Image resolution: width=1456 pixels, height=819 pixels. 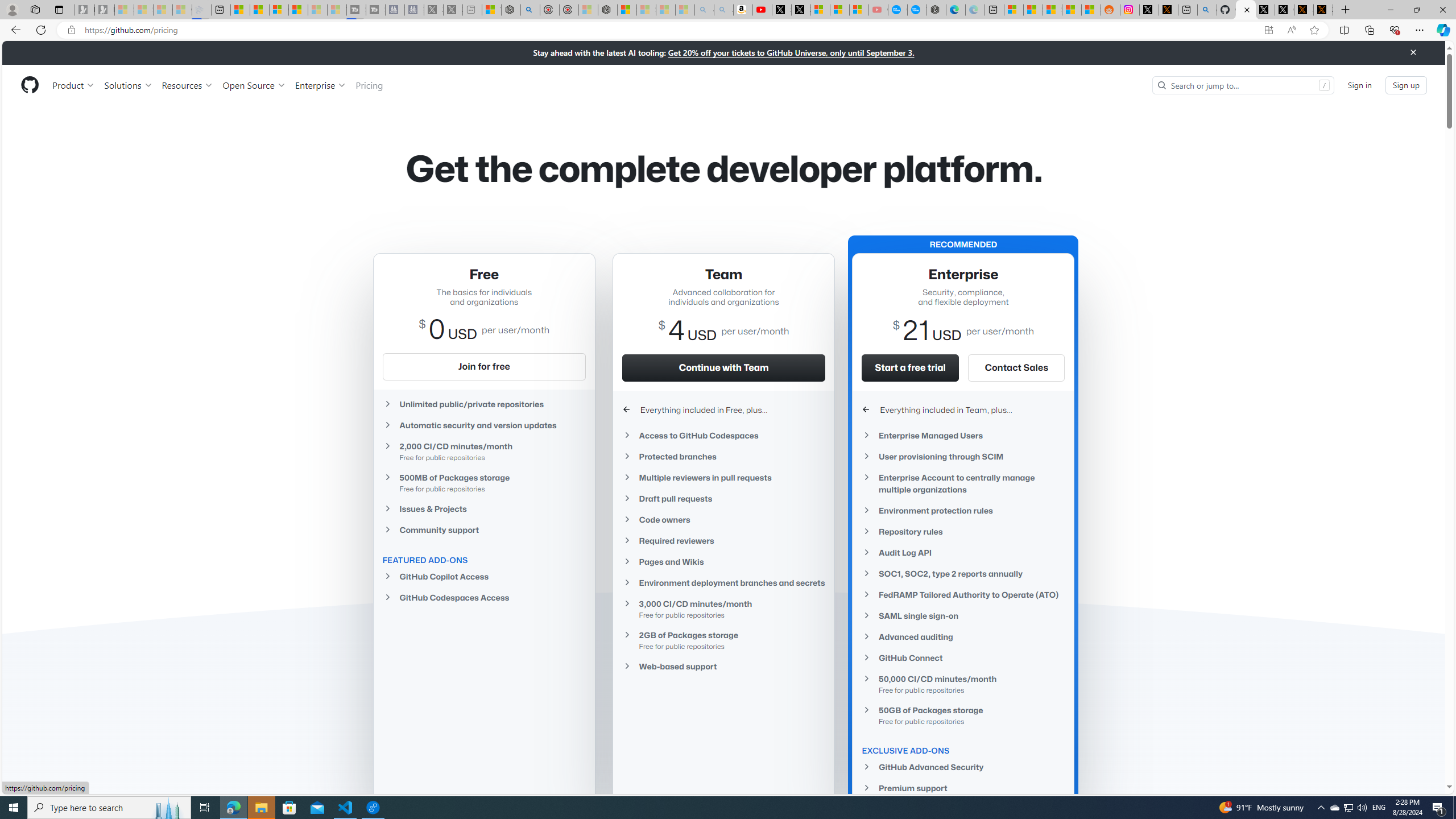 I want to click on 'The most popular Google ', so click(x=916, y=9).